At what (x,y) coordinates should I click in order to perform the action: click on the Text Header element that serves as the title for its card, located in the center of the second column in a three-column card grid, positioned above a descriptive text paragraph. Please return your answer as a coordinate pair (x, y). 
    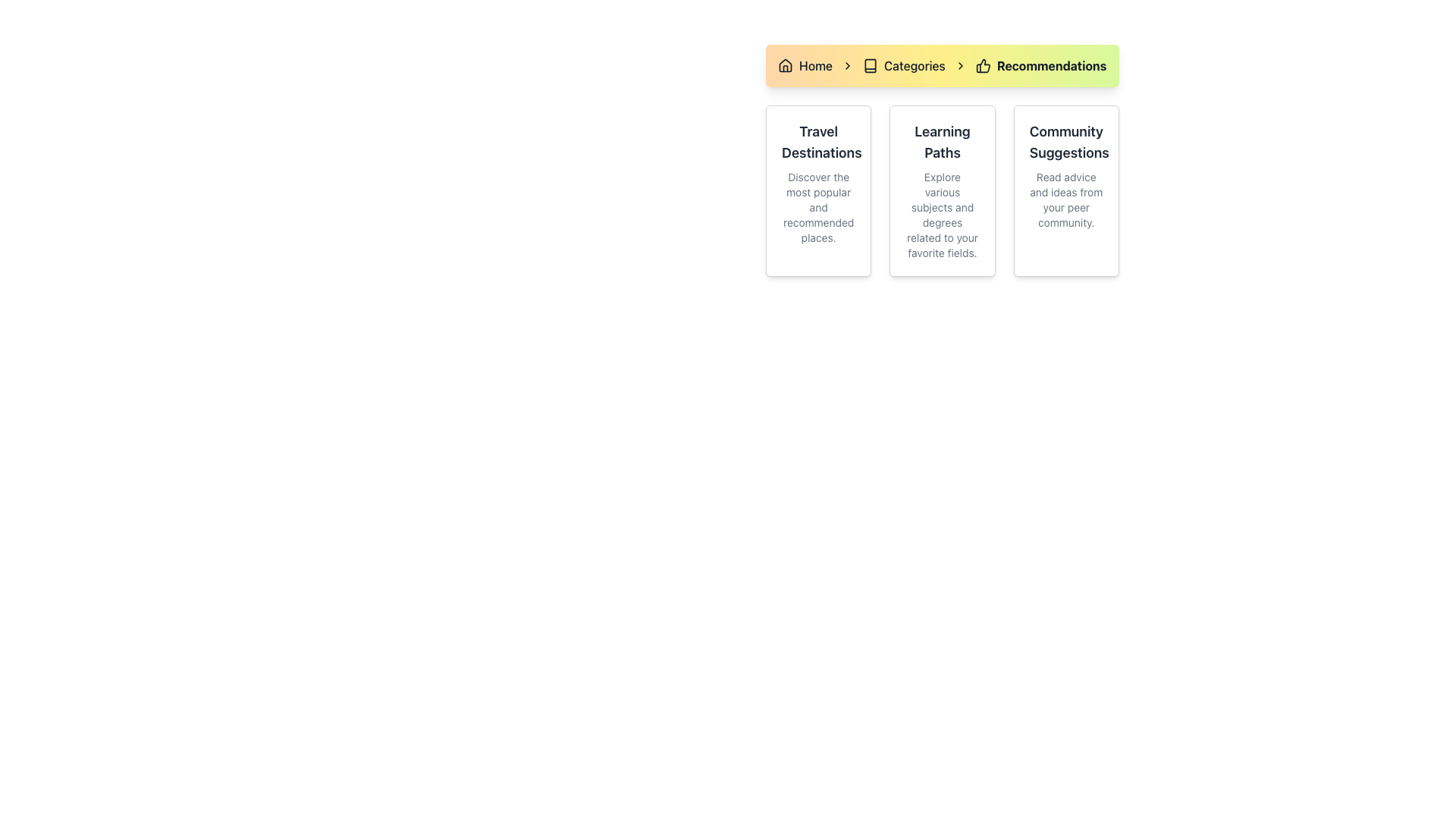
    Looking at the image, I should click on (942, 143).